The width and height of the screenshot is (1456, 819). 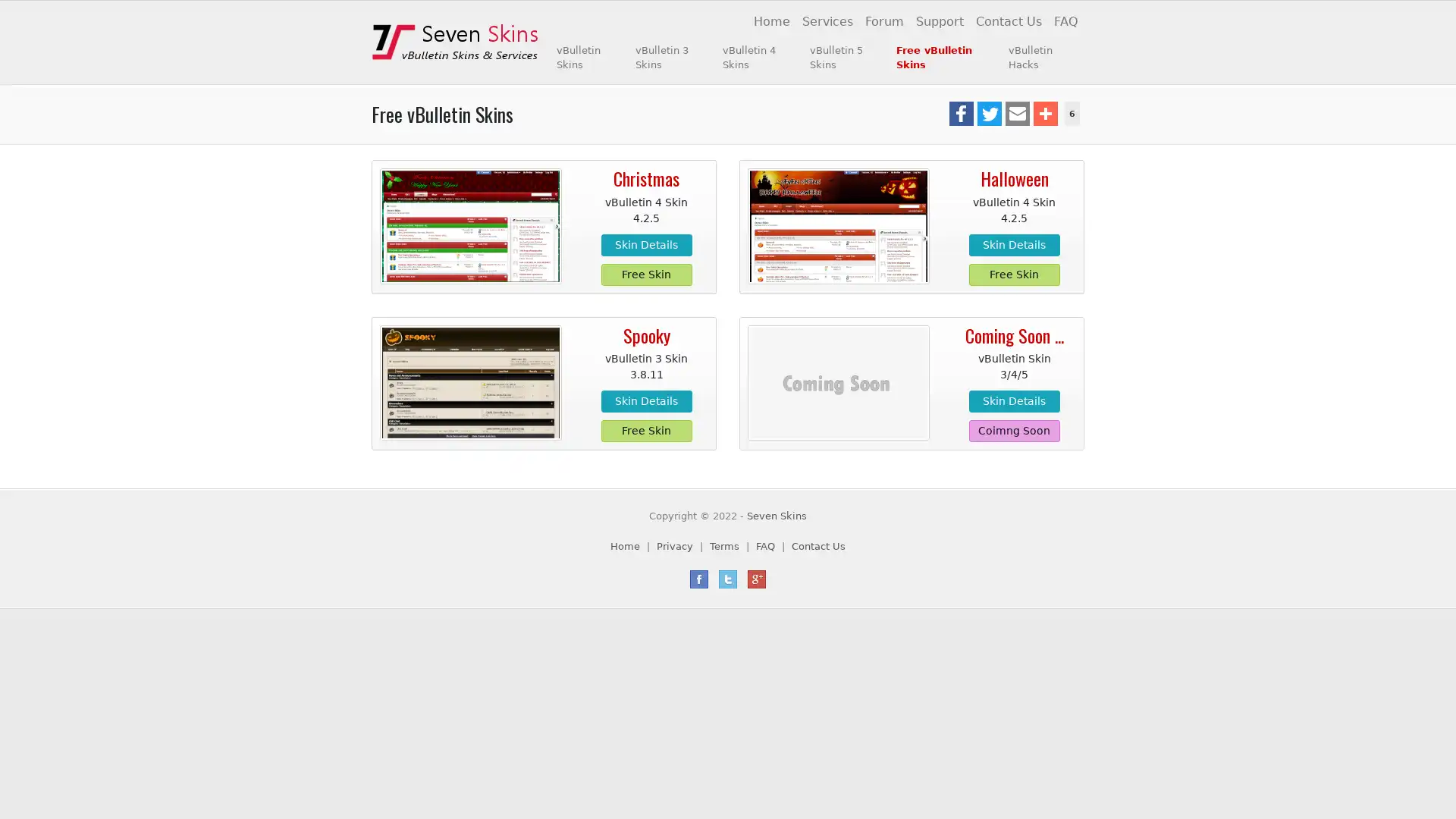 What do you see at coordinates (645, 431) in the screenshot?
I see `Free Skin` at bounding box center [645, 431].